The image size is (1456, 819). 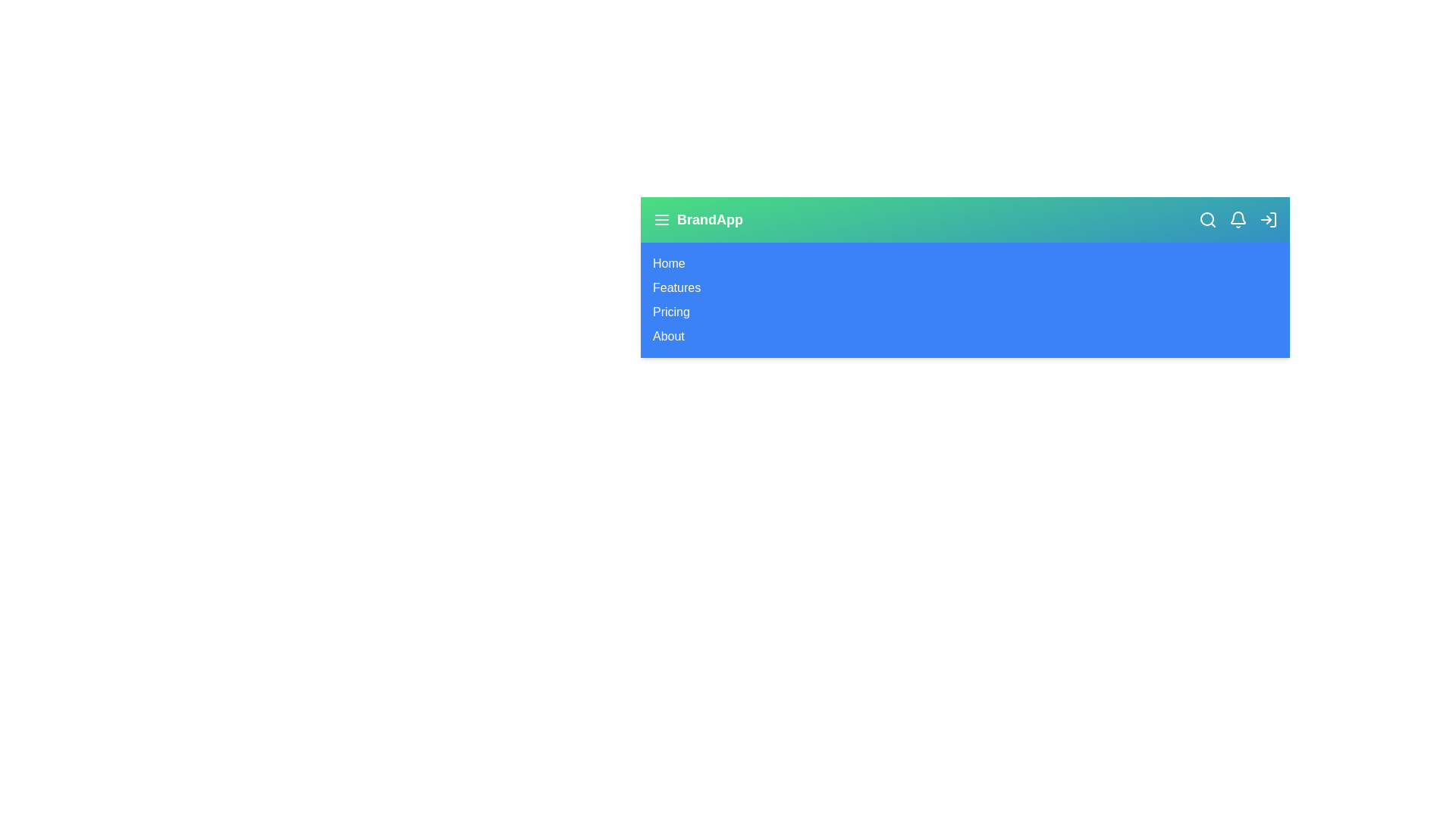 I want to click on the notification bell icon, so click(x=1238, y=219).